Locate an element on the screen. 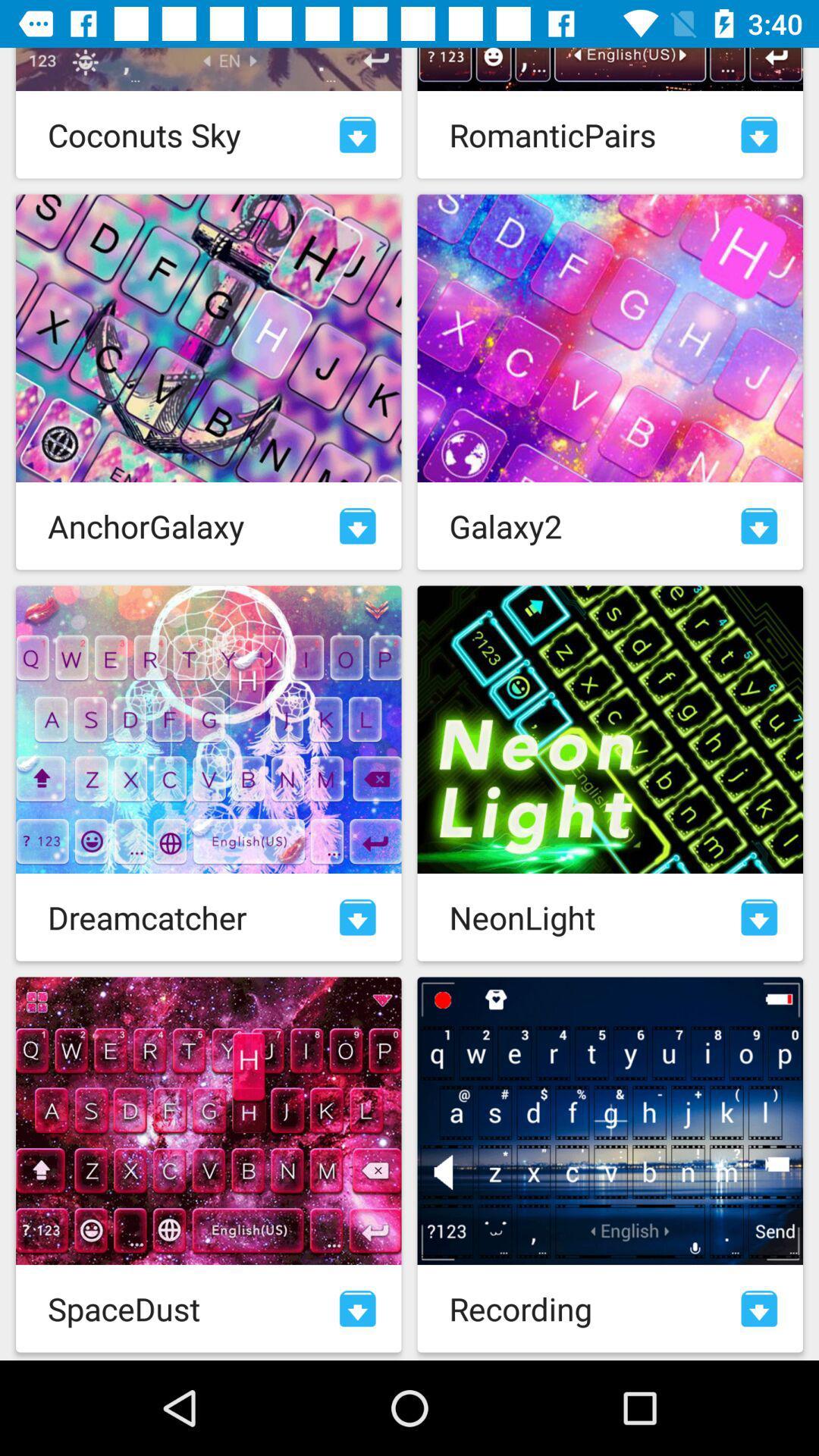 The image size is (819, 1456). download image is located at coordinates (759, 134).